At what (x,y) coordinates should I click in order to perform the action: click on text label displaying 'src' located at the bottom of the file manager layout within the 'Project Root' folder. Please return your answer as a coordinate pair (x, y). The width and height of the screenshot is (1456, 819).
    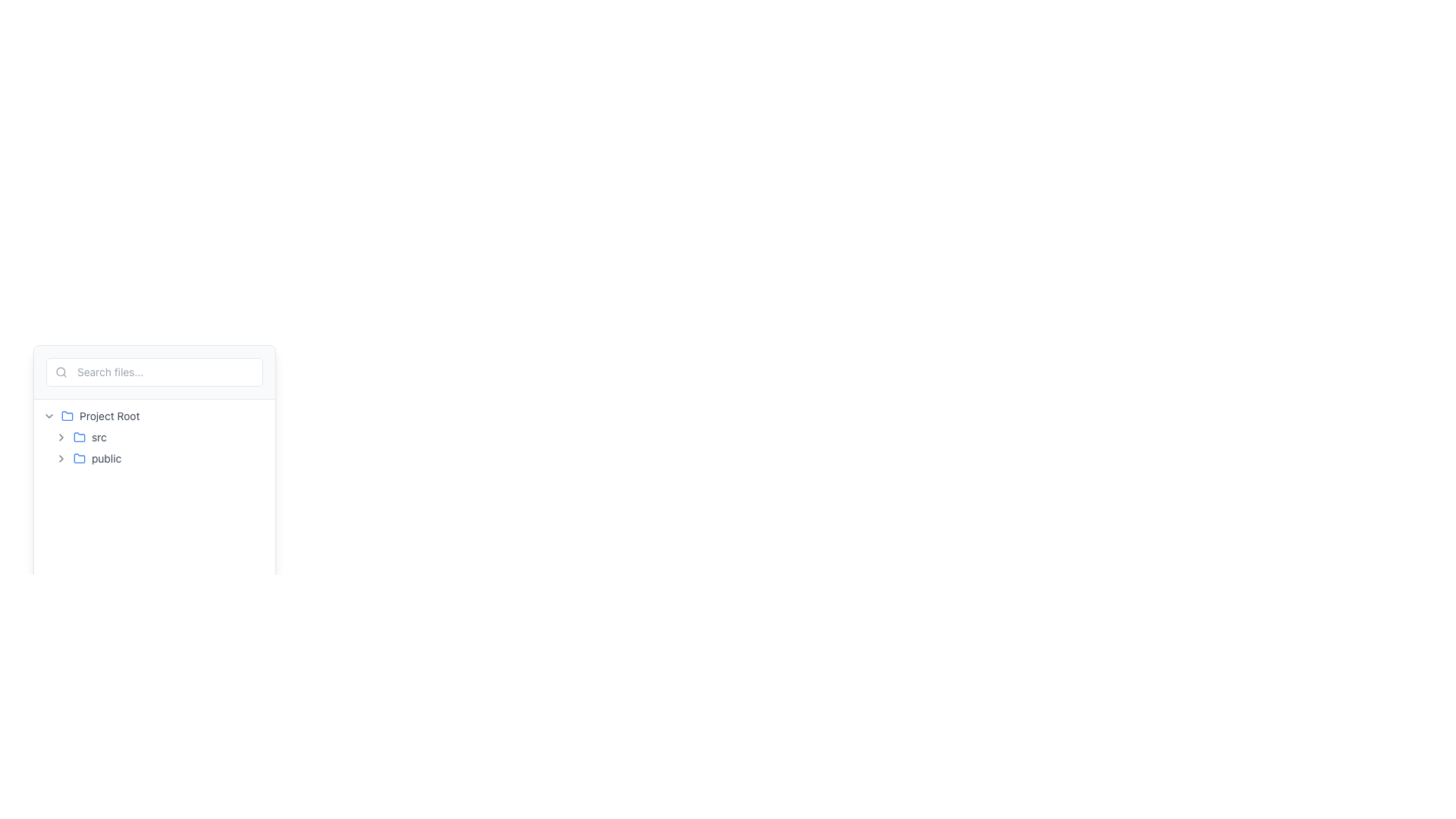
    Looking at the image, I should click on (98, 438).